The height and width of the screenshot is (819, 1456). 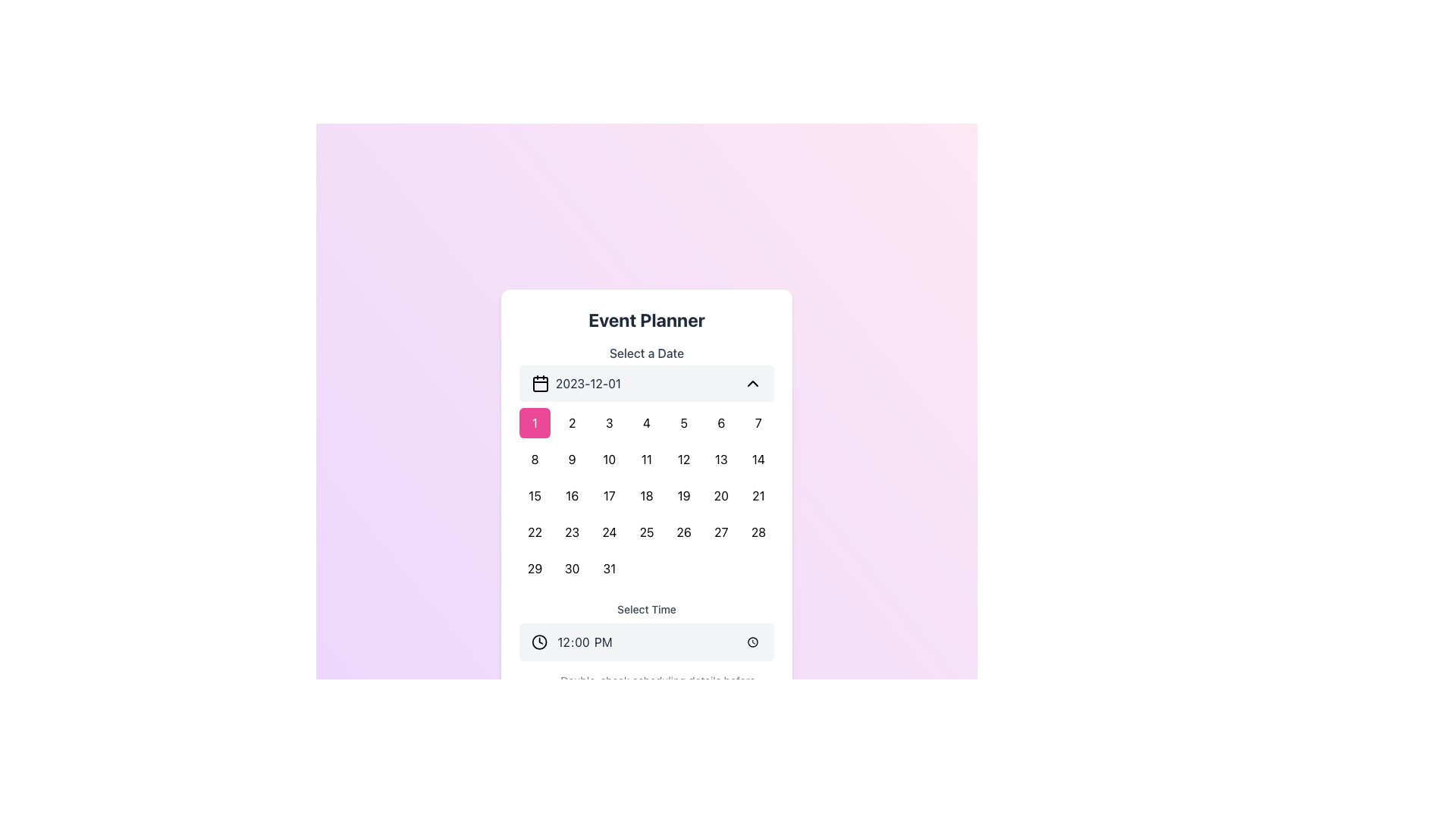 I want to click on the button labeled '8' in the second row, first column of the calendar grid, so click(x=535, y=458).